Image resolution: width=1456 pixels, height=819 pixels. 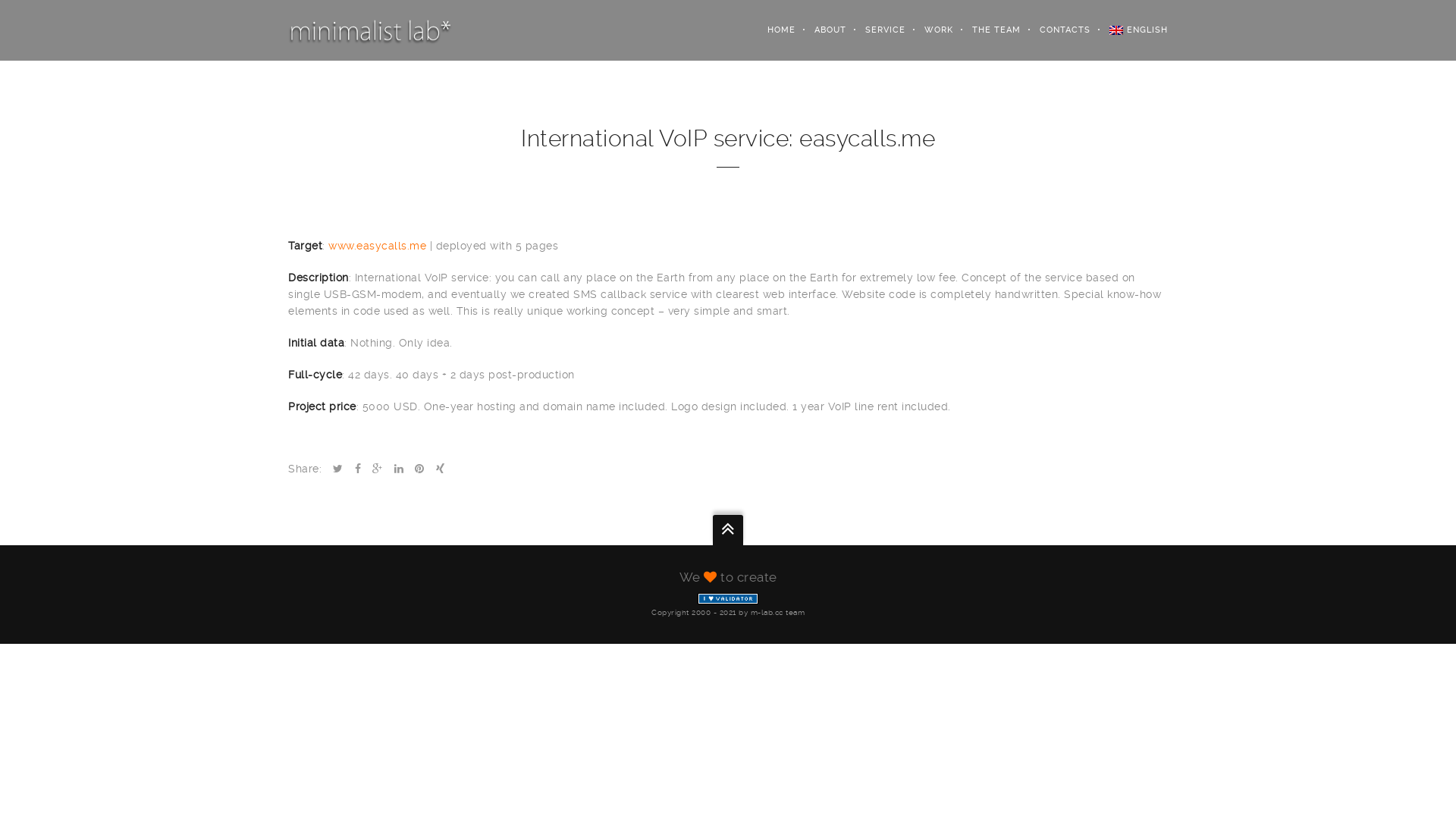 I want to click on 'SERVICE', so click(x=876, y=30).